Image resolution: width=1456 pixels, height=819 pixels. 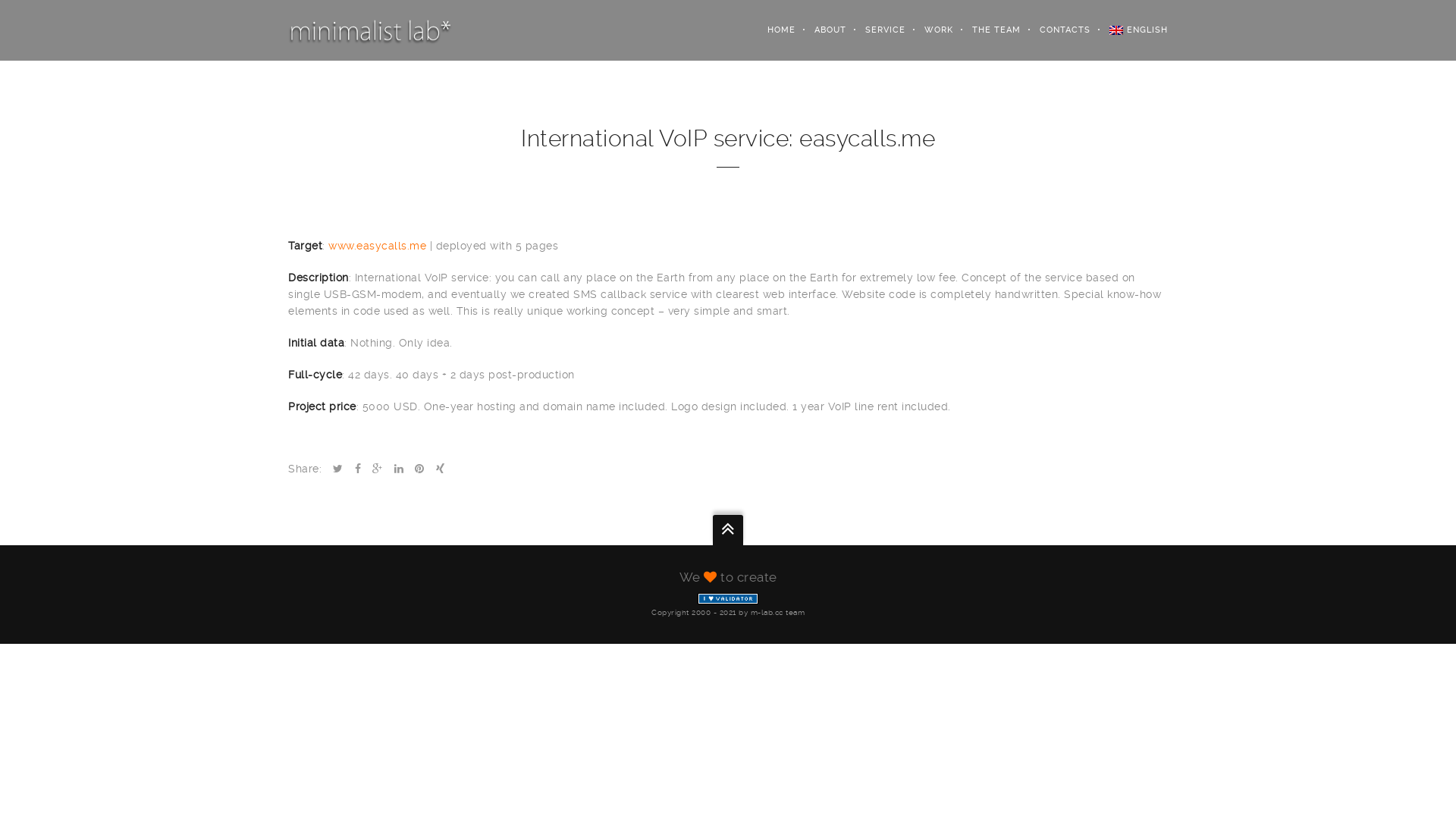 I want to click on 'SERVICE', so click(x=876, y=30).